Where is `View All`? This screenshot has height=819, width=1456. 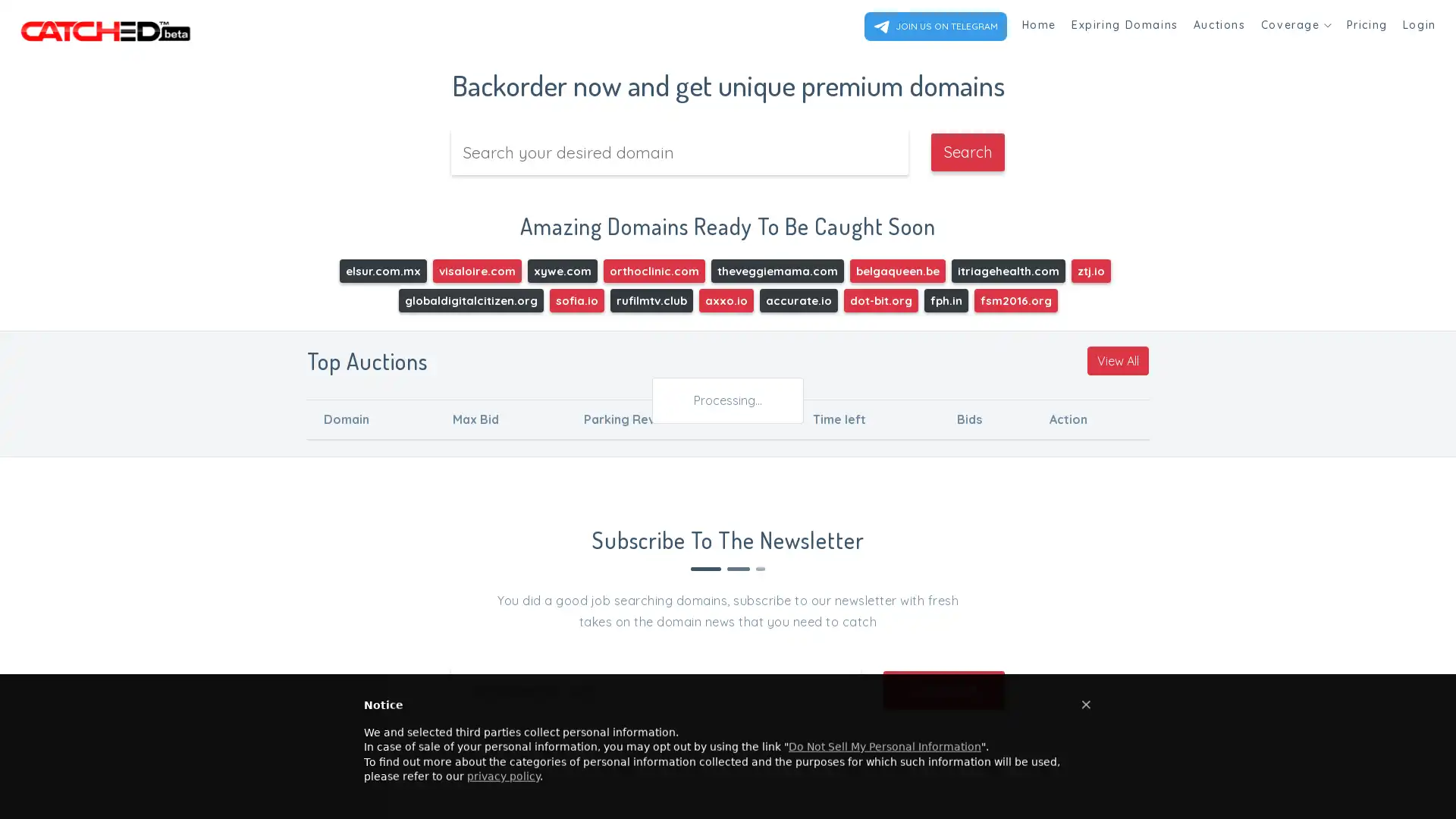 View All is located at coordinates (1118, 359).